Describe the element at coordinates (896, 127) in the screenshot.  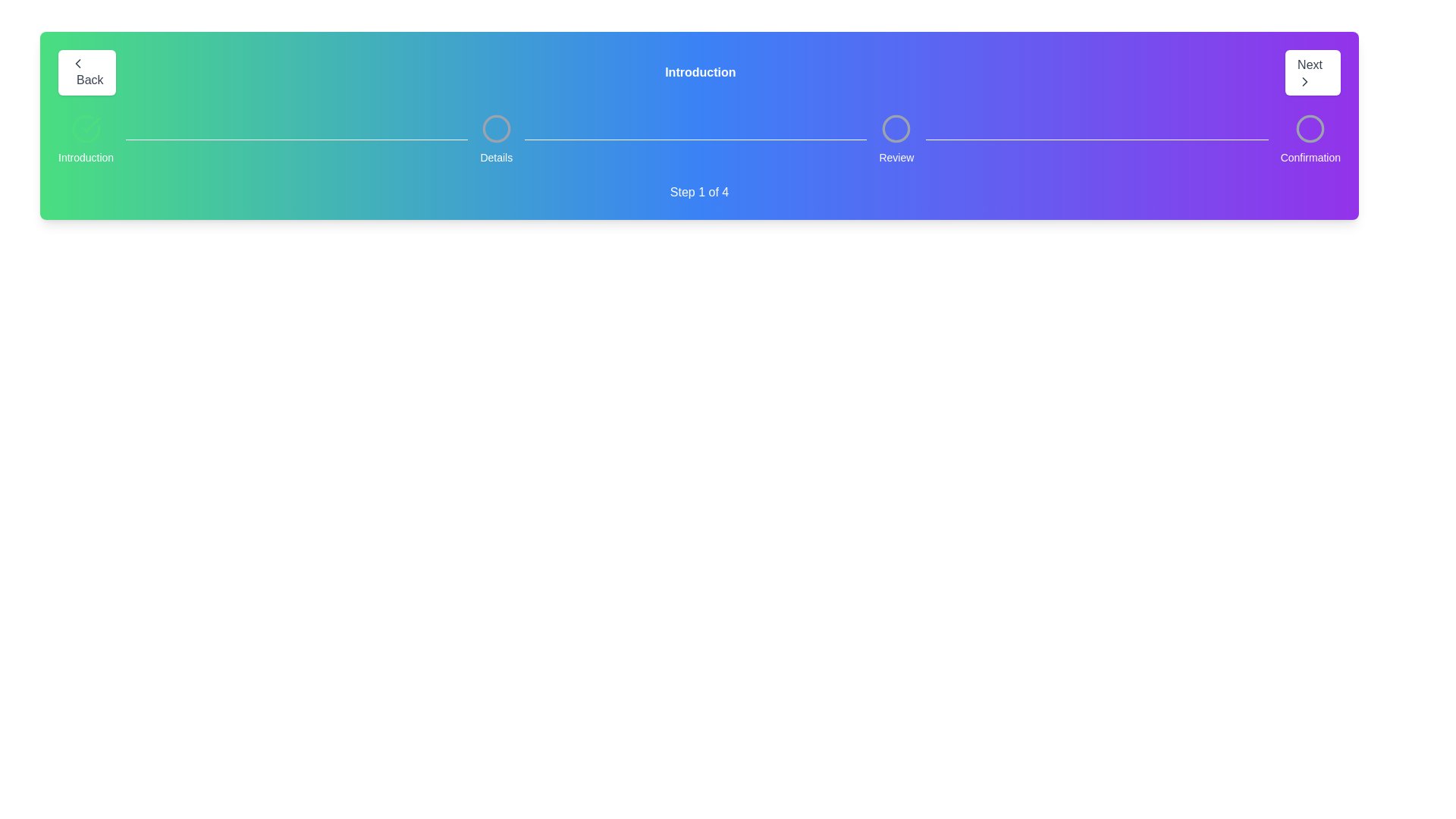
I see `the second circular step icon in the process timeline, located directly above the 'Review' label` at that location.